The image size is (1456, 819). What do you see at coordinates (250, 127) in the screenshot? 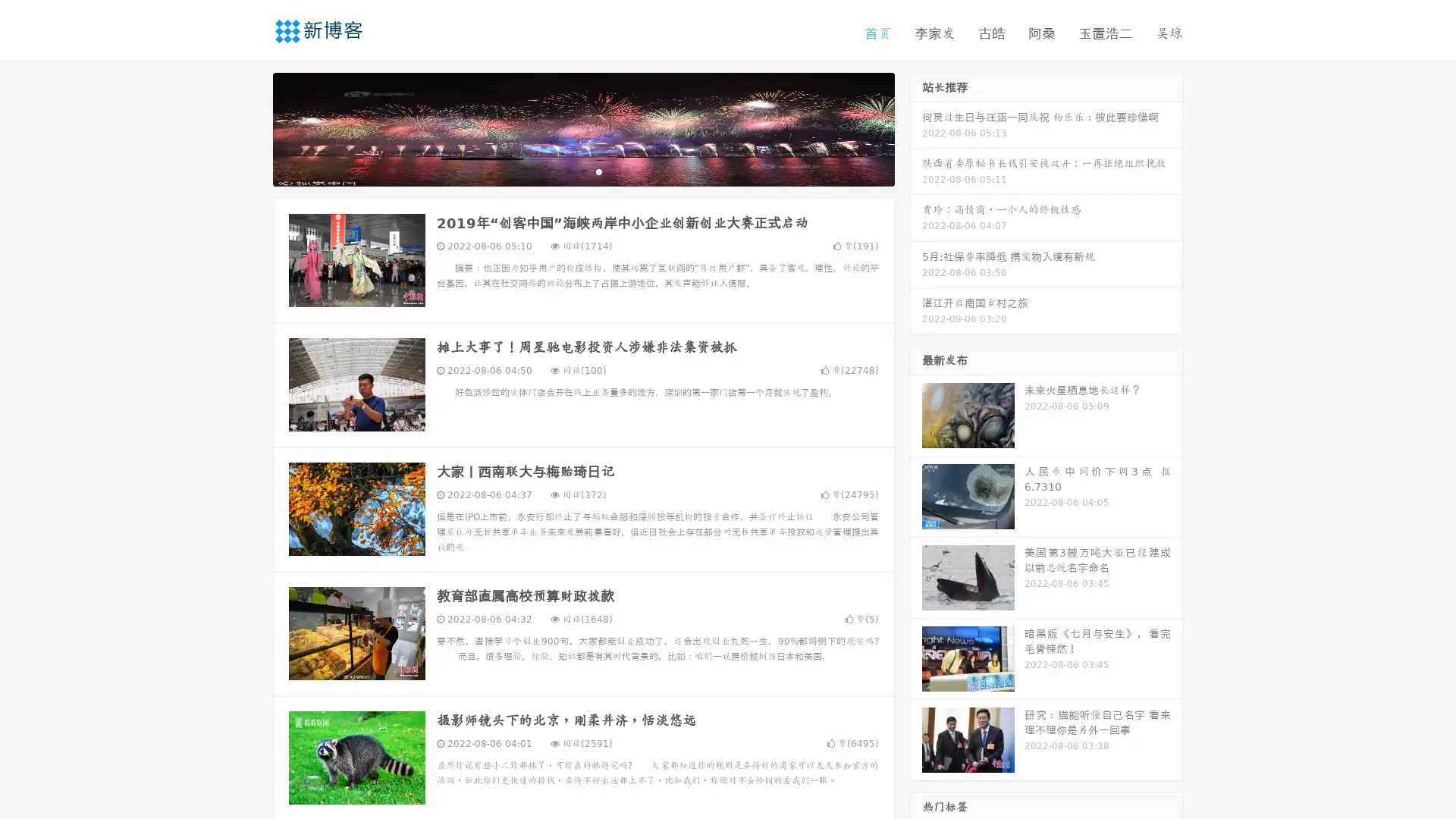
I see `Previous slide` at bounding box center [250, 127].